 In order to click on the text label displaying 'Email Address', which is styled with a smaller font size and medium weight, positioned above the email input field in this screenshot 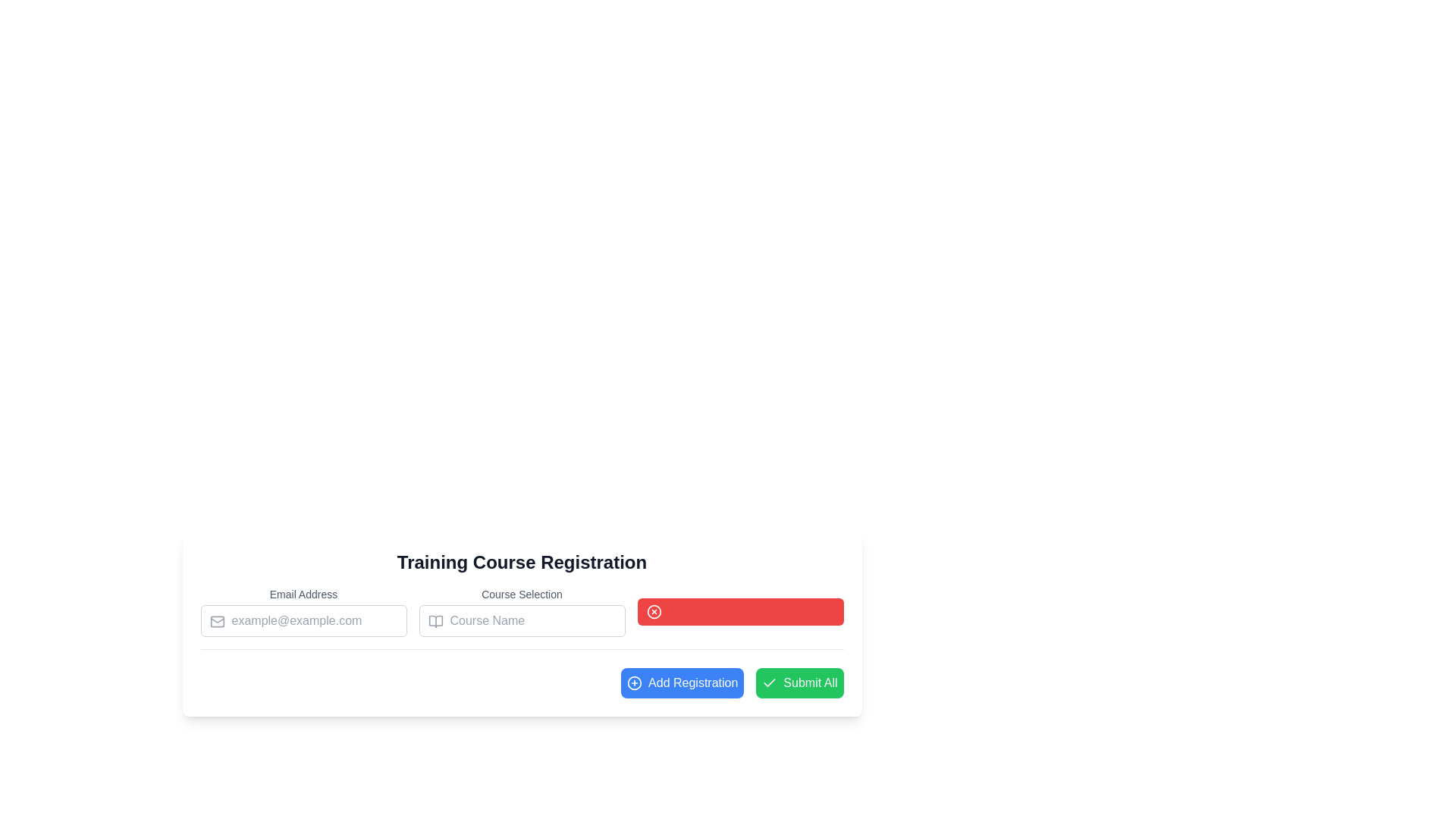, I will do `click(303, 593)`.